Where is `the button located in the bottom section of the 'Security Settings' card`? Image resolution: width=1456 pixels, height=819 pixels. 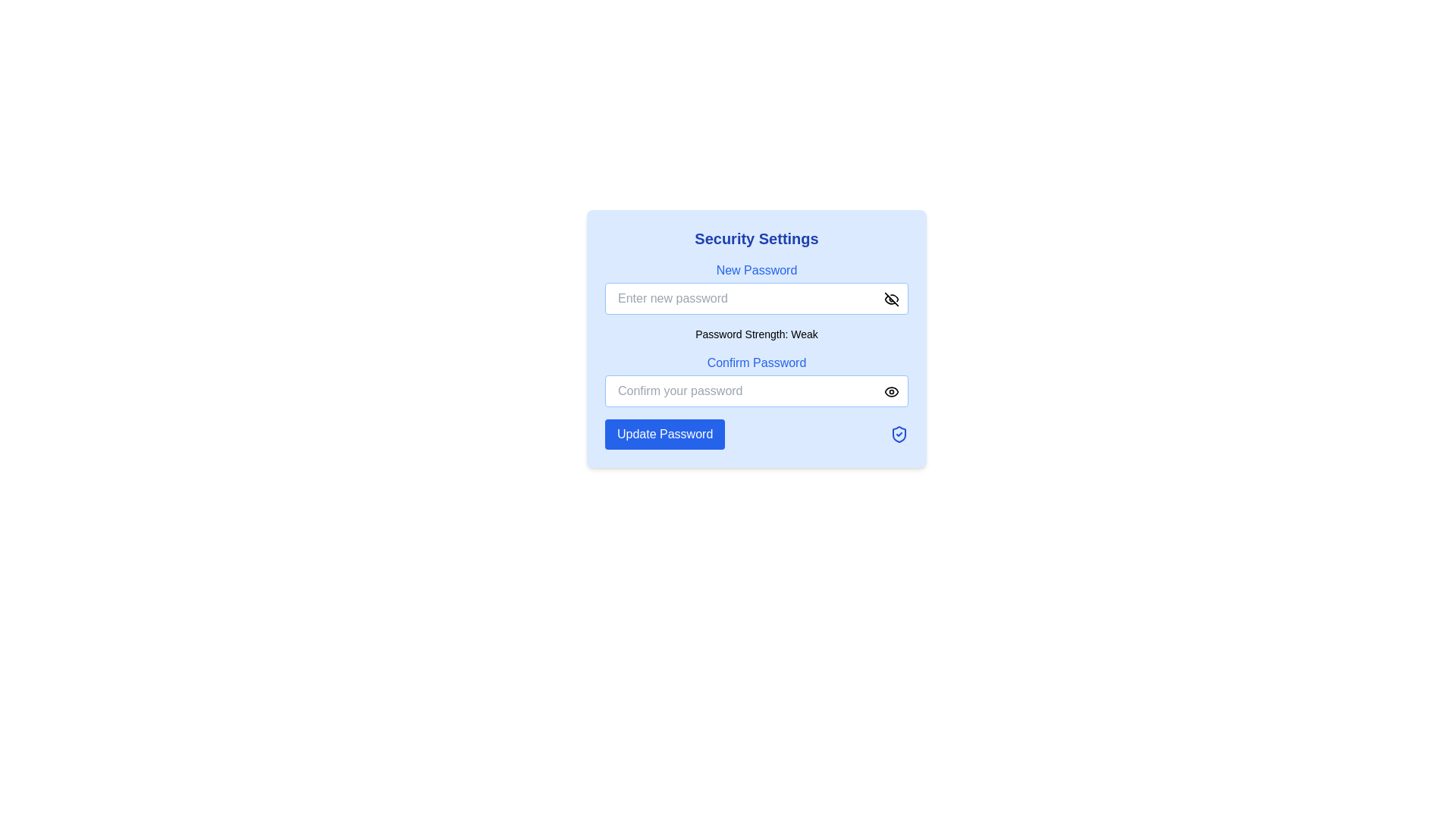 the button located in the bottom section of the 'Security Settings' card is located at coordinates (665, 435).